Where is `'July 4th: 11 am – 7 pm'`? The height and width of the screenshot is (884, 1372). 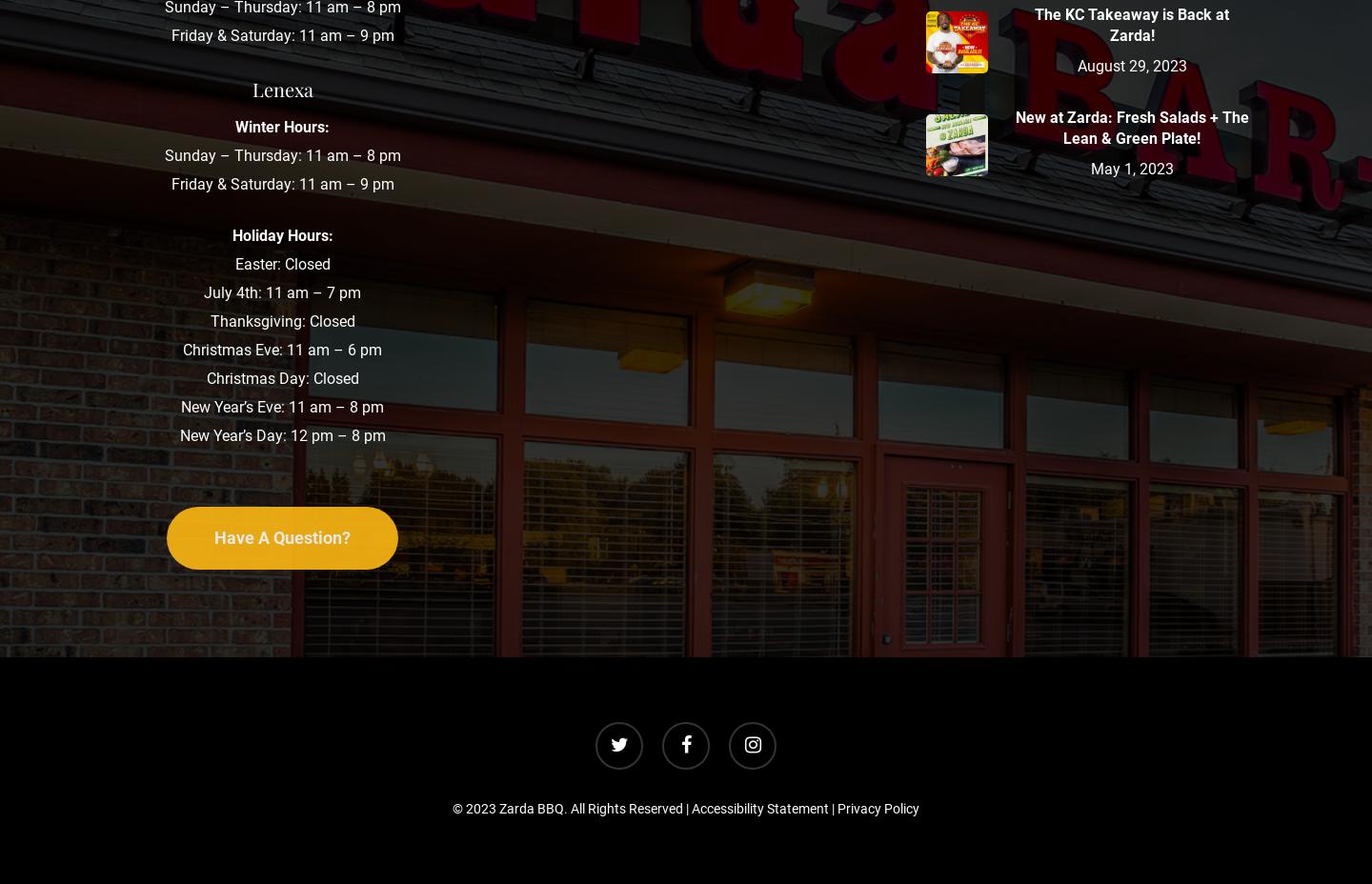 'July 4th: 11 am – 7 pm' is located at coordinates (281, 291).